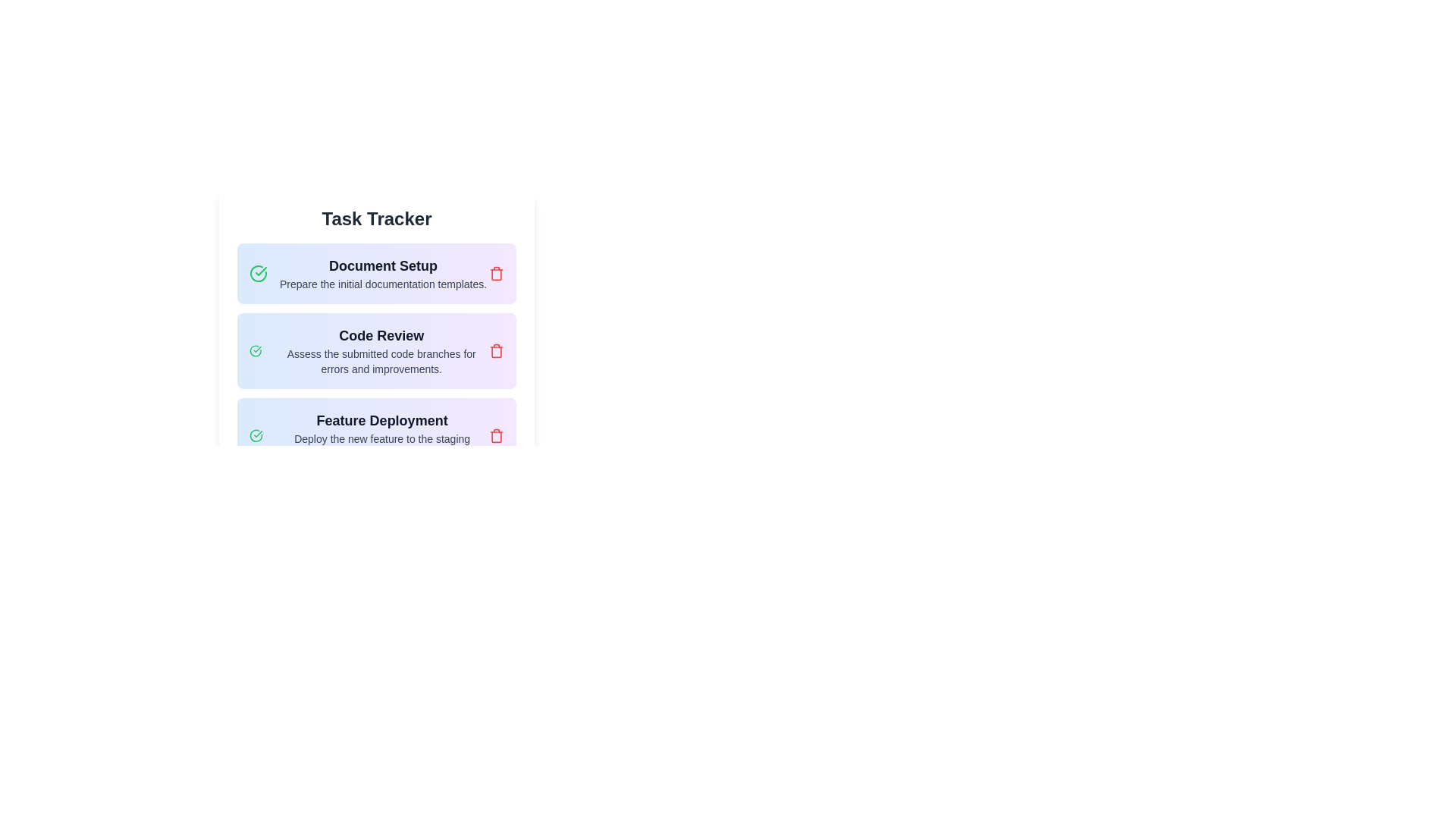  Describe the element at coordinates (256, 435) in the screenshot. I see `the completion status icon for the 'Feature Deployment' task in the task tracker interface, located at the beginning of the row labeled 'Feature Deployment'` at that location.